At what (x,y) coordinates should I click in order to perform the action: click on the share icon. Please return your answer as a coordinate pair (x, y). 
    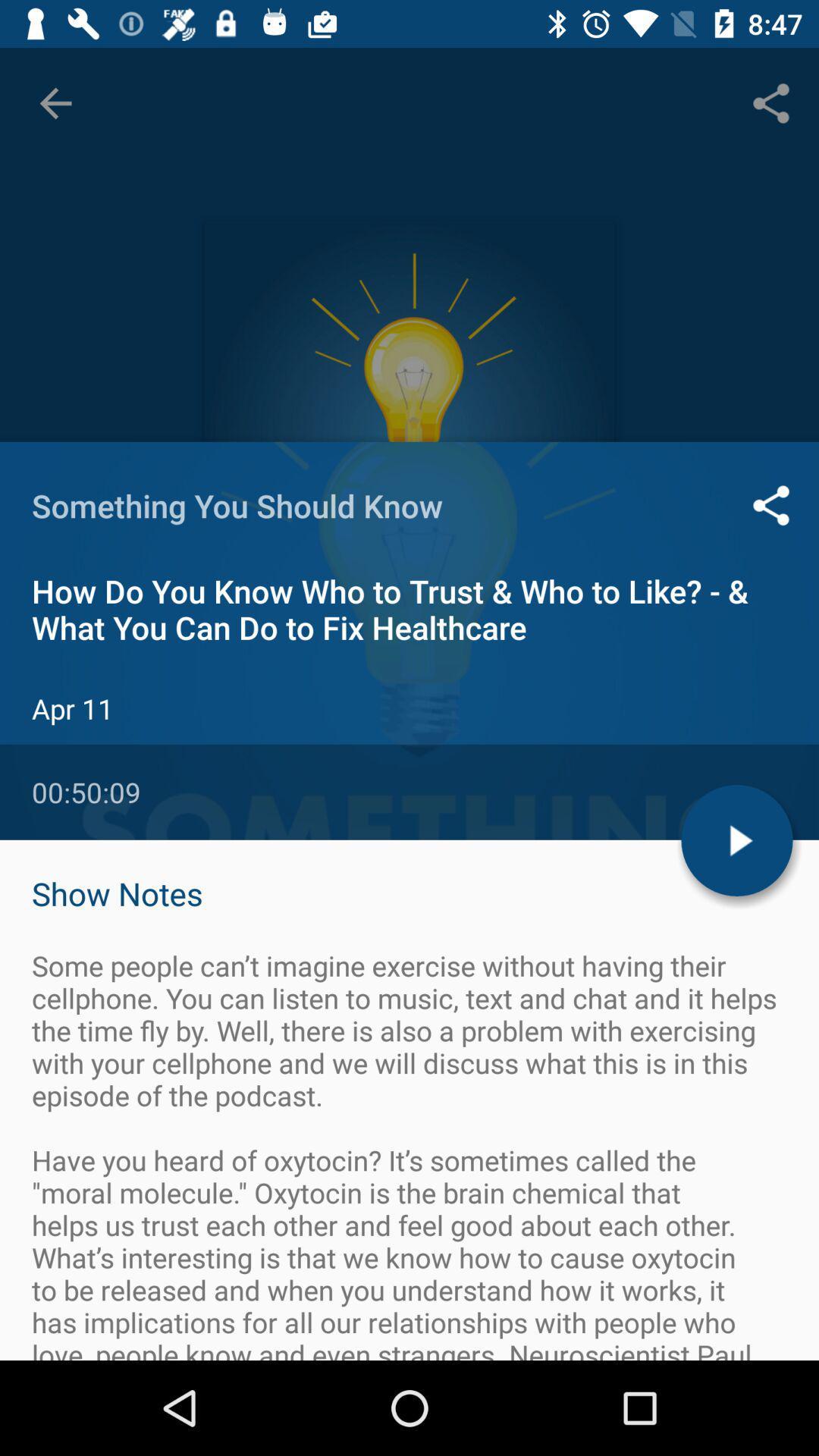
    Looking at the image, I should click on (771, 505).